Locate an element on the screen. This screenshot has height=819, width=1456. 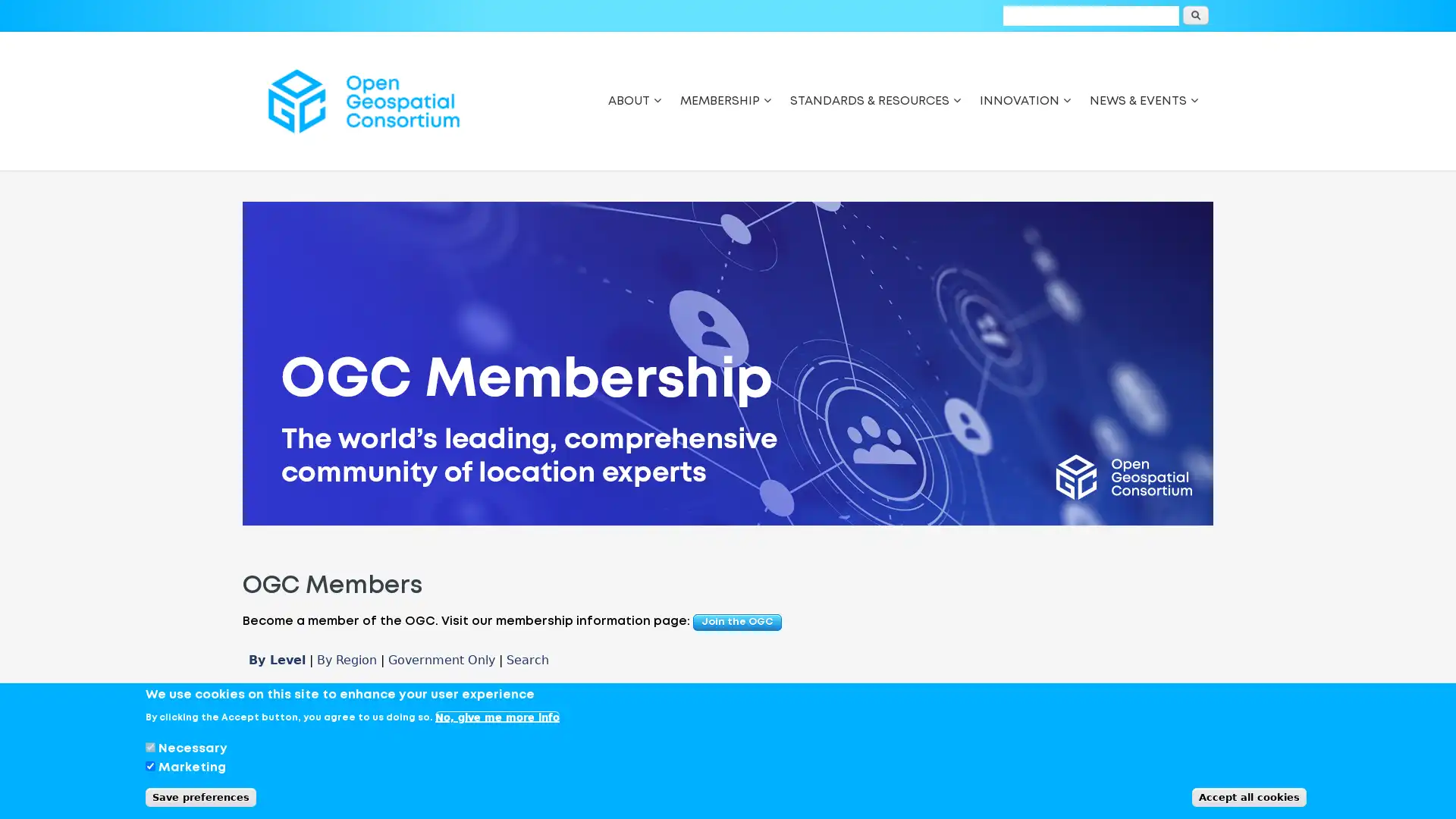
Accept all cookies is located at coordinates (1249, 796).